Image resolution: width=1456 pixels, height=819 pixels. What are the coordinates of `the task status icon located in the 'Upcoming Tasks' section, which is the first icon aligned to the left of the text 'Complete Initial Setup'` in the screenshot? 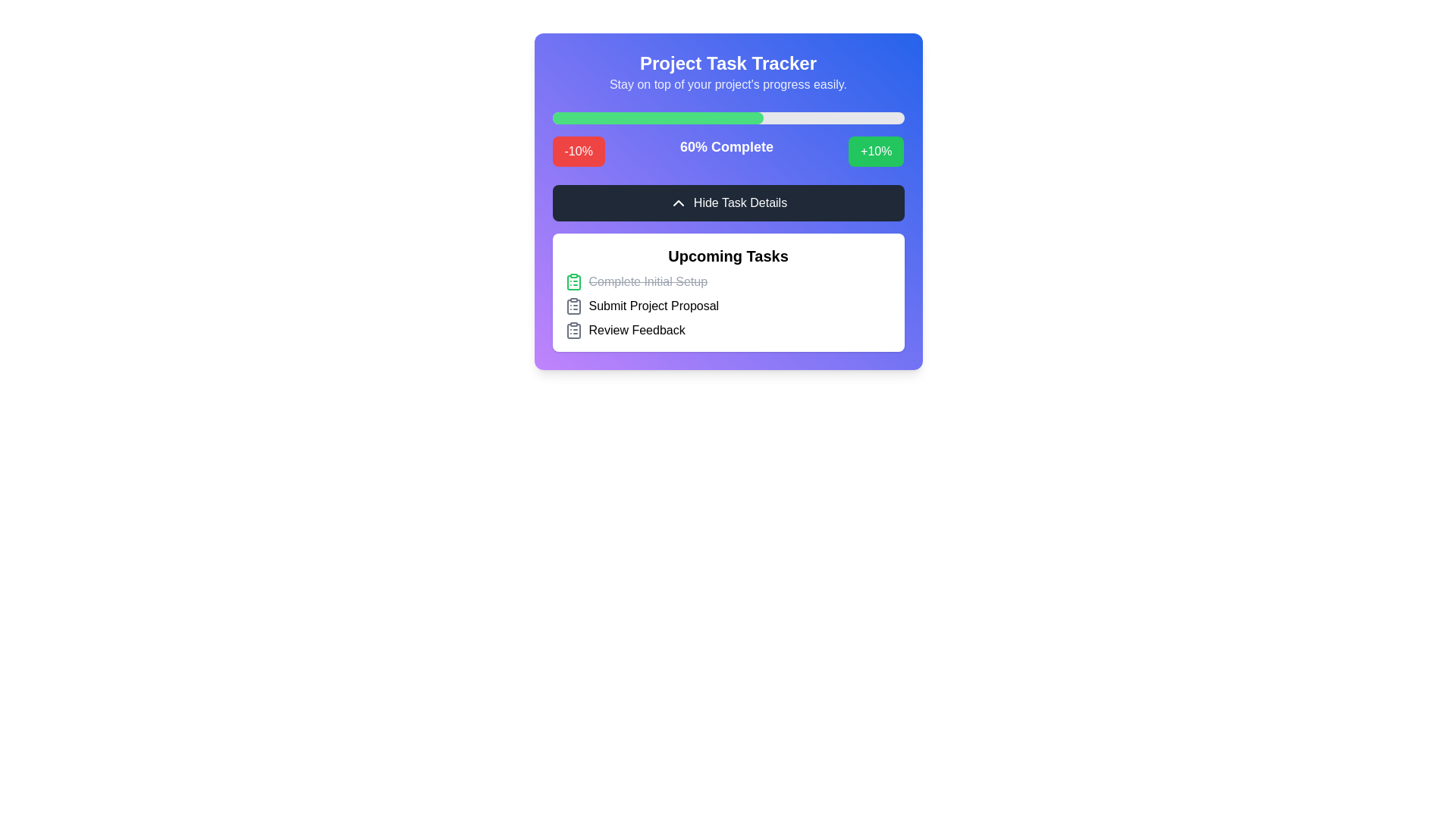 It's located at (573, 281).